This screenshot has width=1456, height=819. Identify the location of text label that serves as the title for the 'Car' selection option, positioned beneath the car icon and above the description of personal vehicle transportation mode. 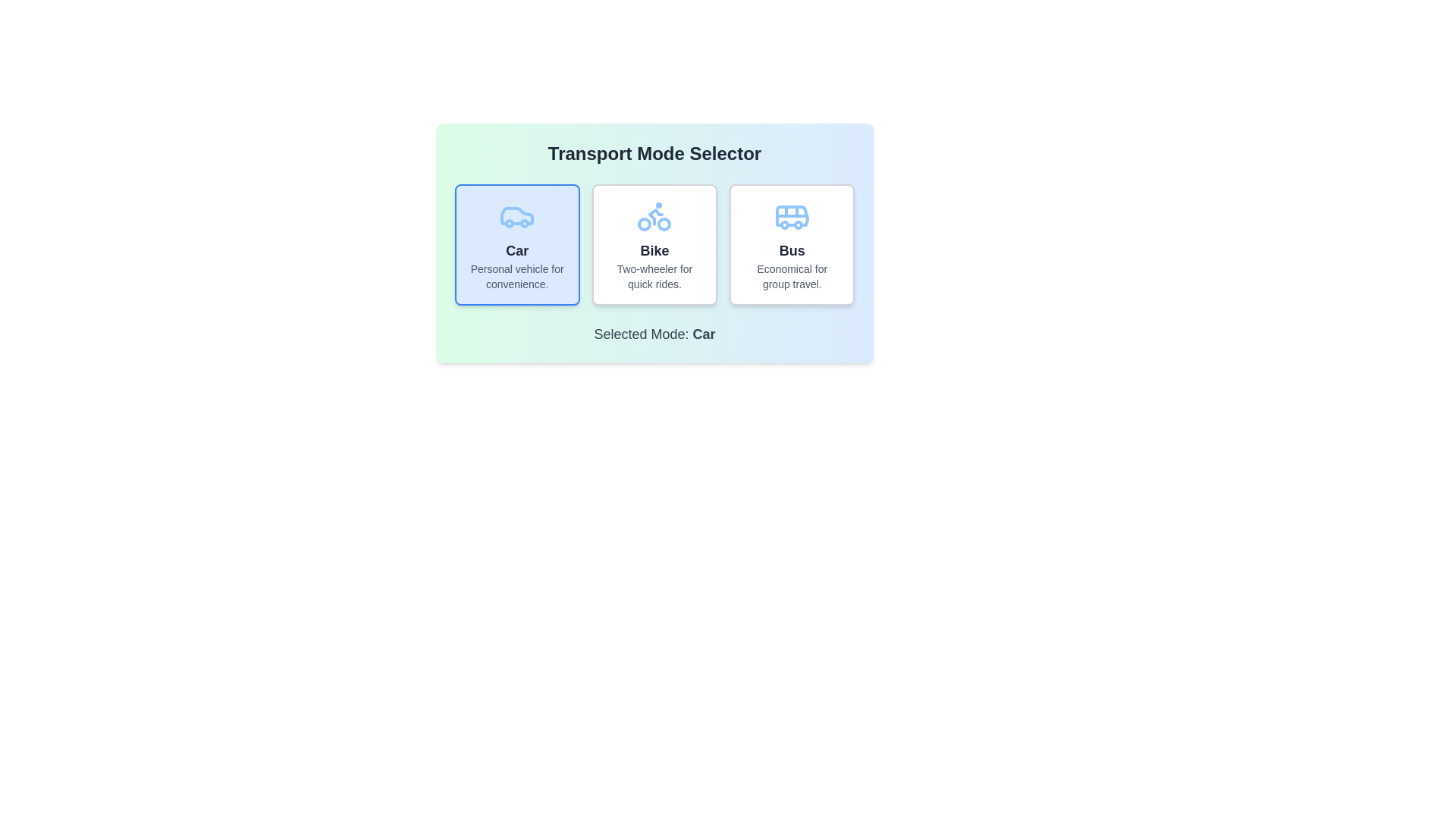
(517, 250).